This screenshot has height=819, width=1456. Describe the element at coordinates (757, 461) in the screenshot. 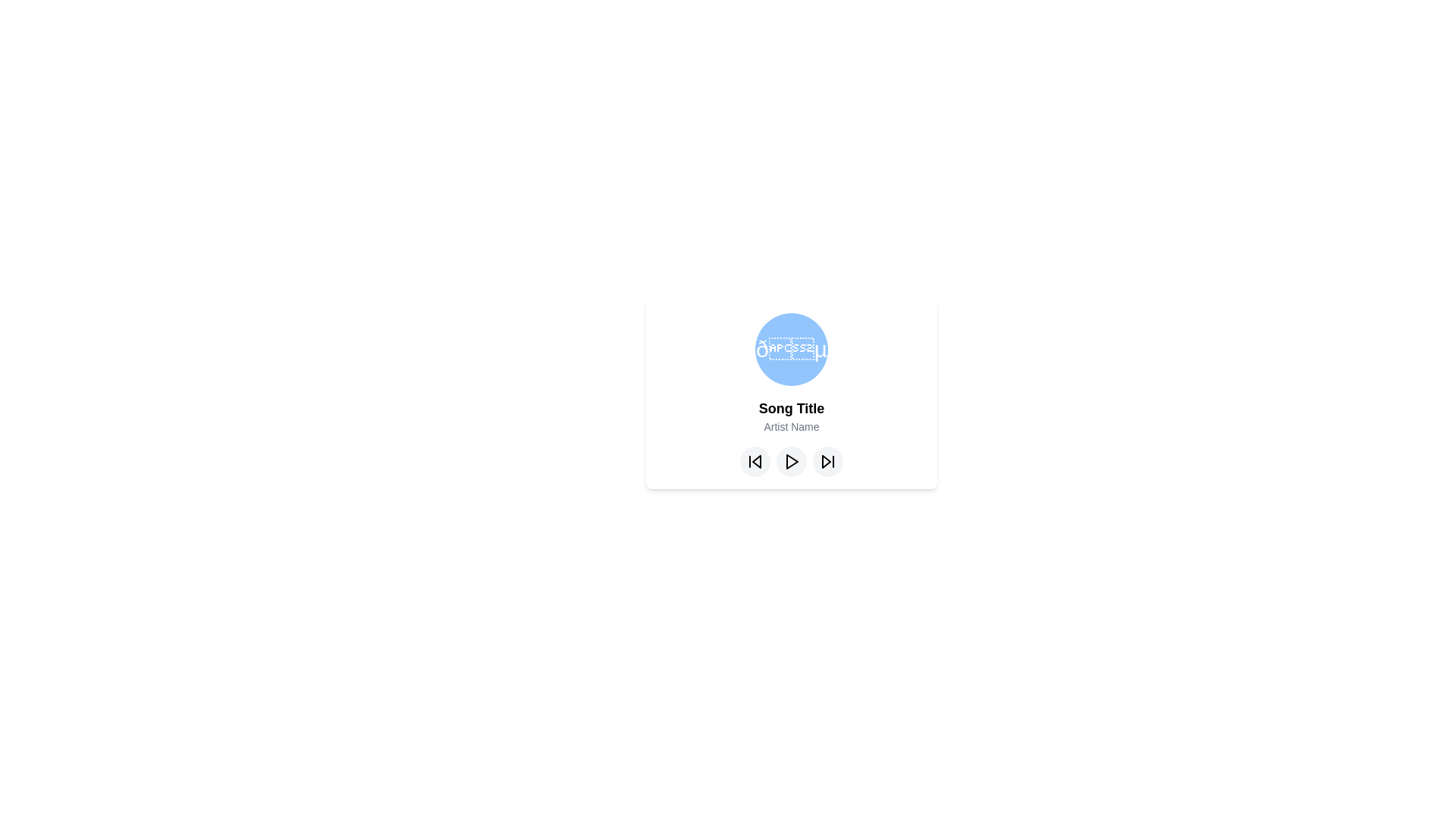

I see `the skip-back icon component located to the left of the vertical line symbol in the media control row below the song title and artist name` at that location.